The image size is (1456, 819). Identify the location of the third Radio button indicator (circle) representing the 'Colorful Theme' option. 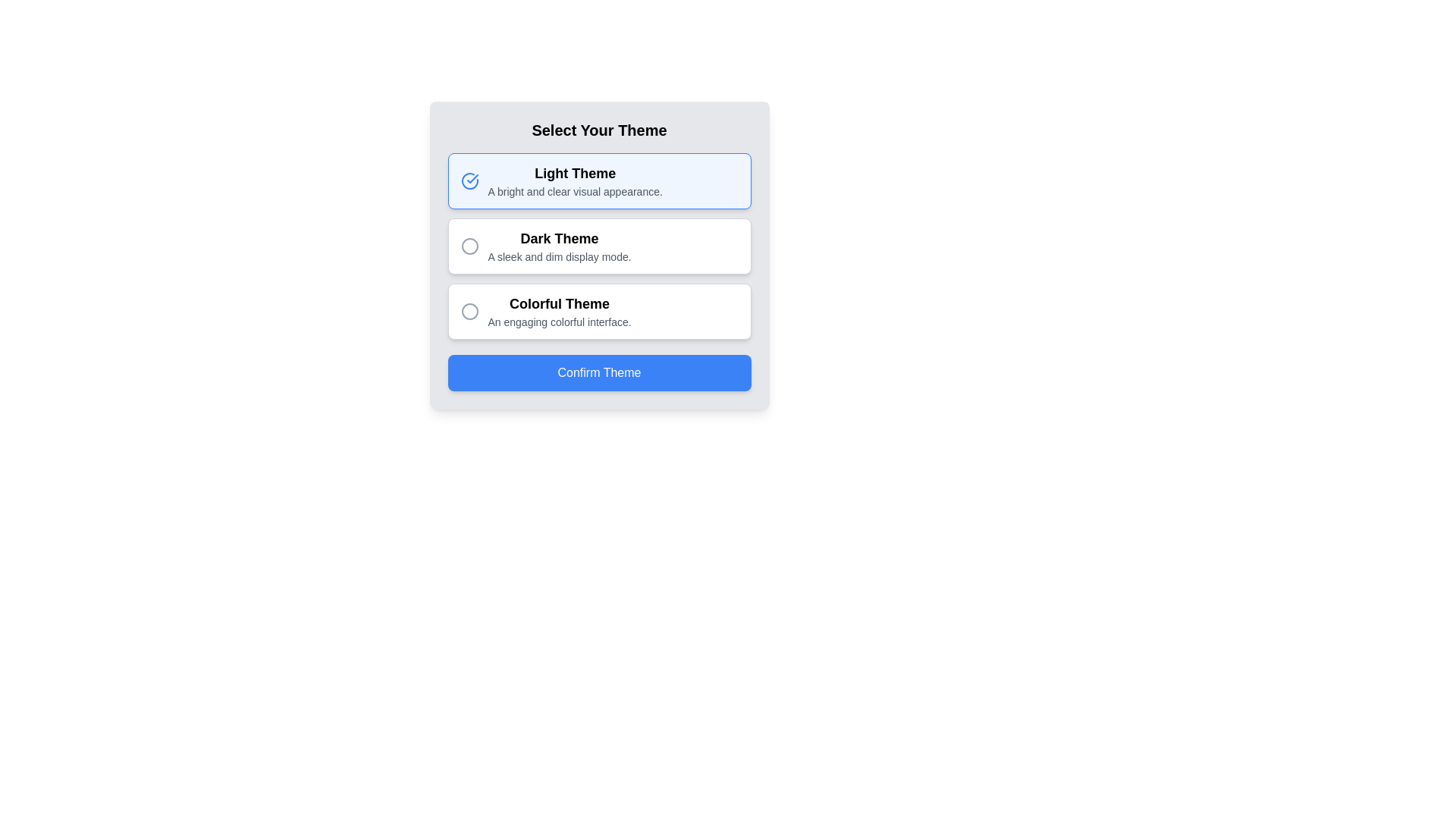
(469, 311).